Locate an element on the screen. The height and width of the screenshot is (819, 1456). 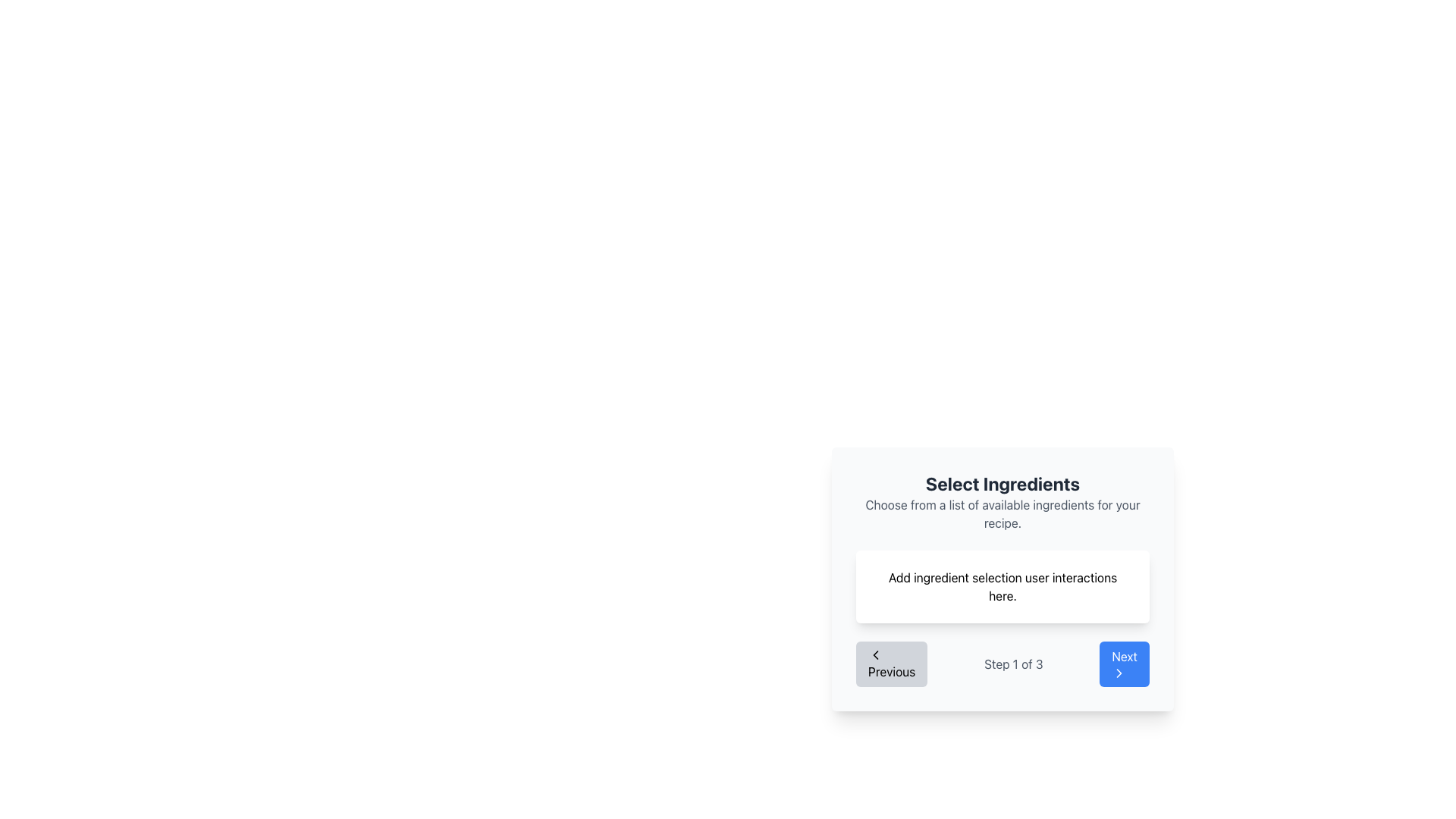
the chevron-right icon located in the 'Next' button section at the bottom-right corner of the 'Select Ingredients' dialog box is located at coordinates (1119, 672).